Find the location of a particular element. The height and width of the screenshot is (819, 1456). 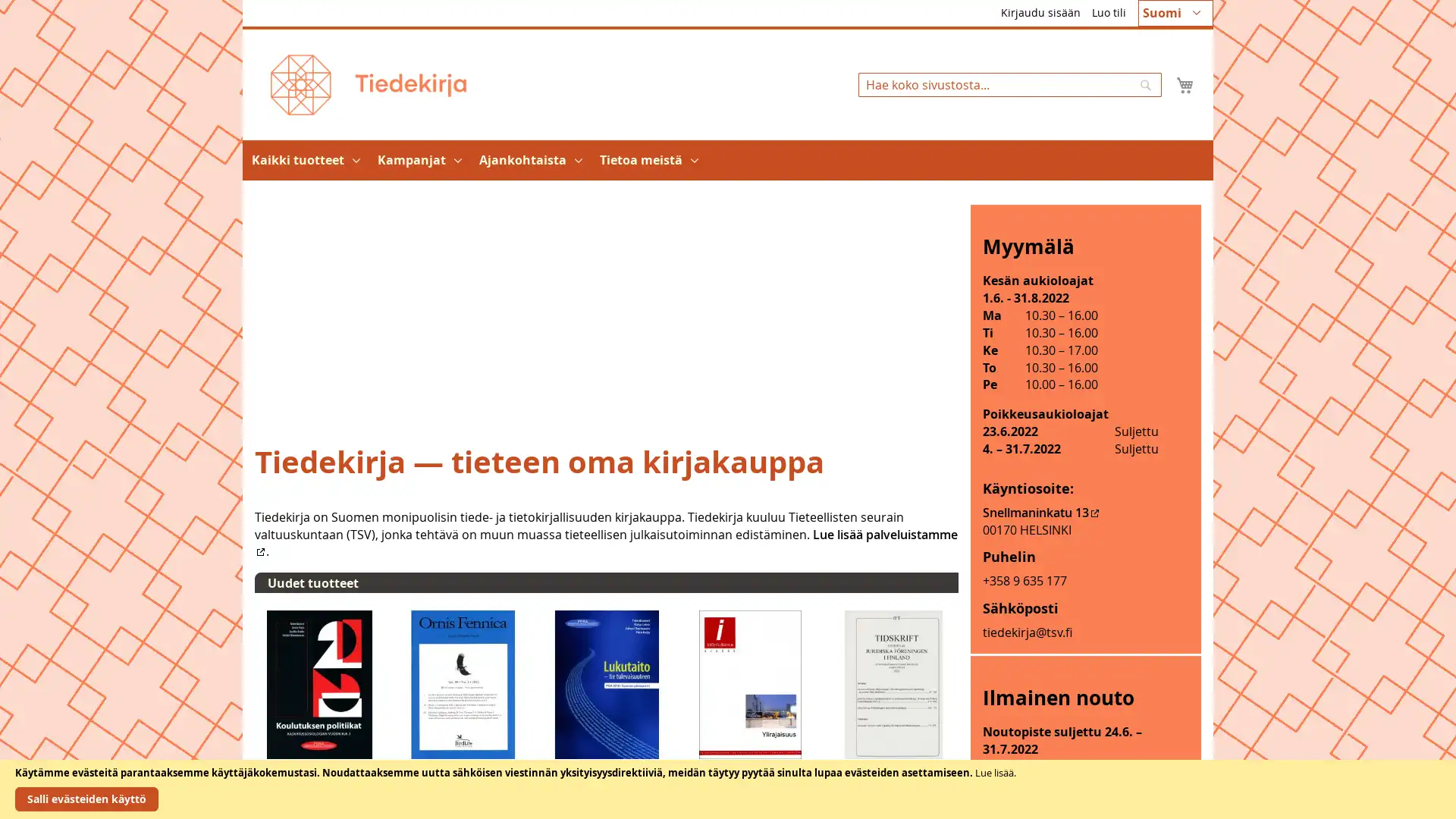

Search is located at coordinates (1146, 84).